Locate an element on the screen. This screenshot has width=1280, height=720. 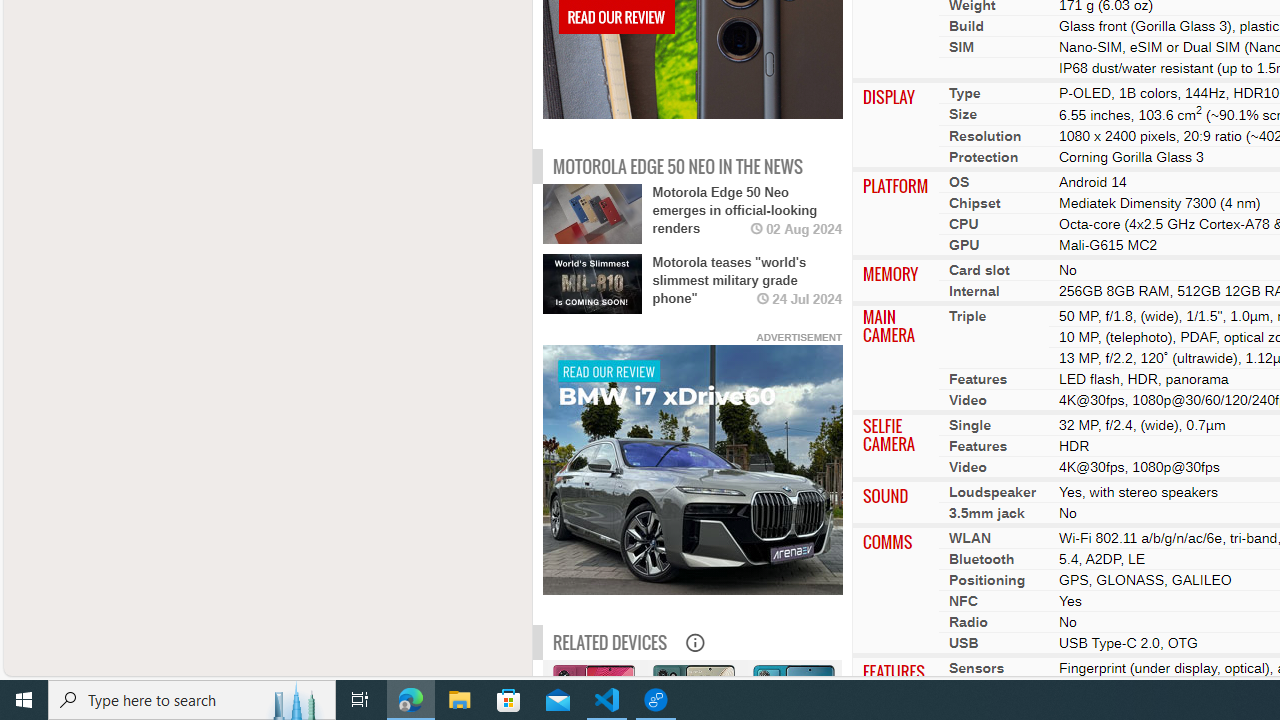
'NFC' is located at coordinates (963, 599).